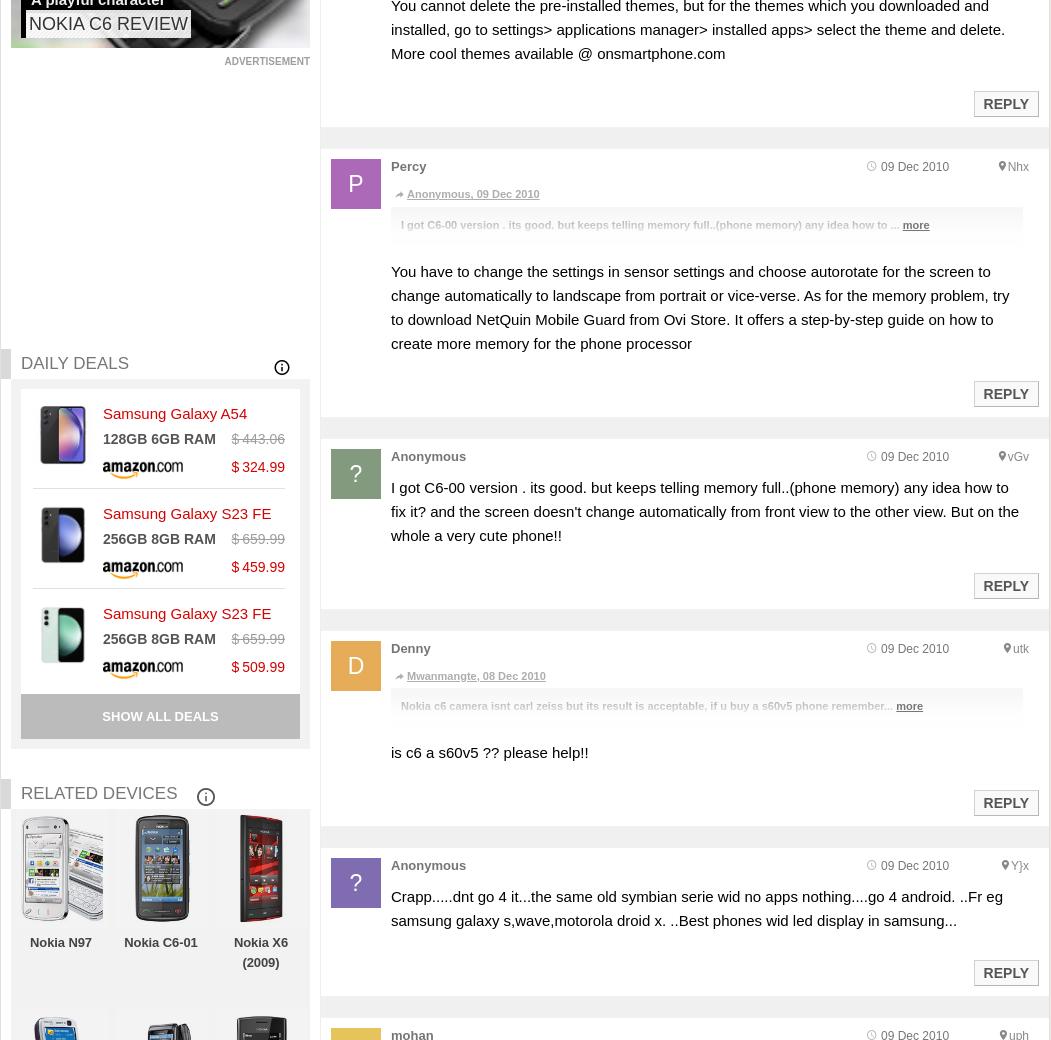 The image size is (1051, 1040). What do you see at coordinates (99, 791) in the screenshot?
I see `'Related devices'` at bounding box center [99, 791].